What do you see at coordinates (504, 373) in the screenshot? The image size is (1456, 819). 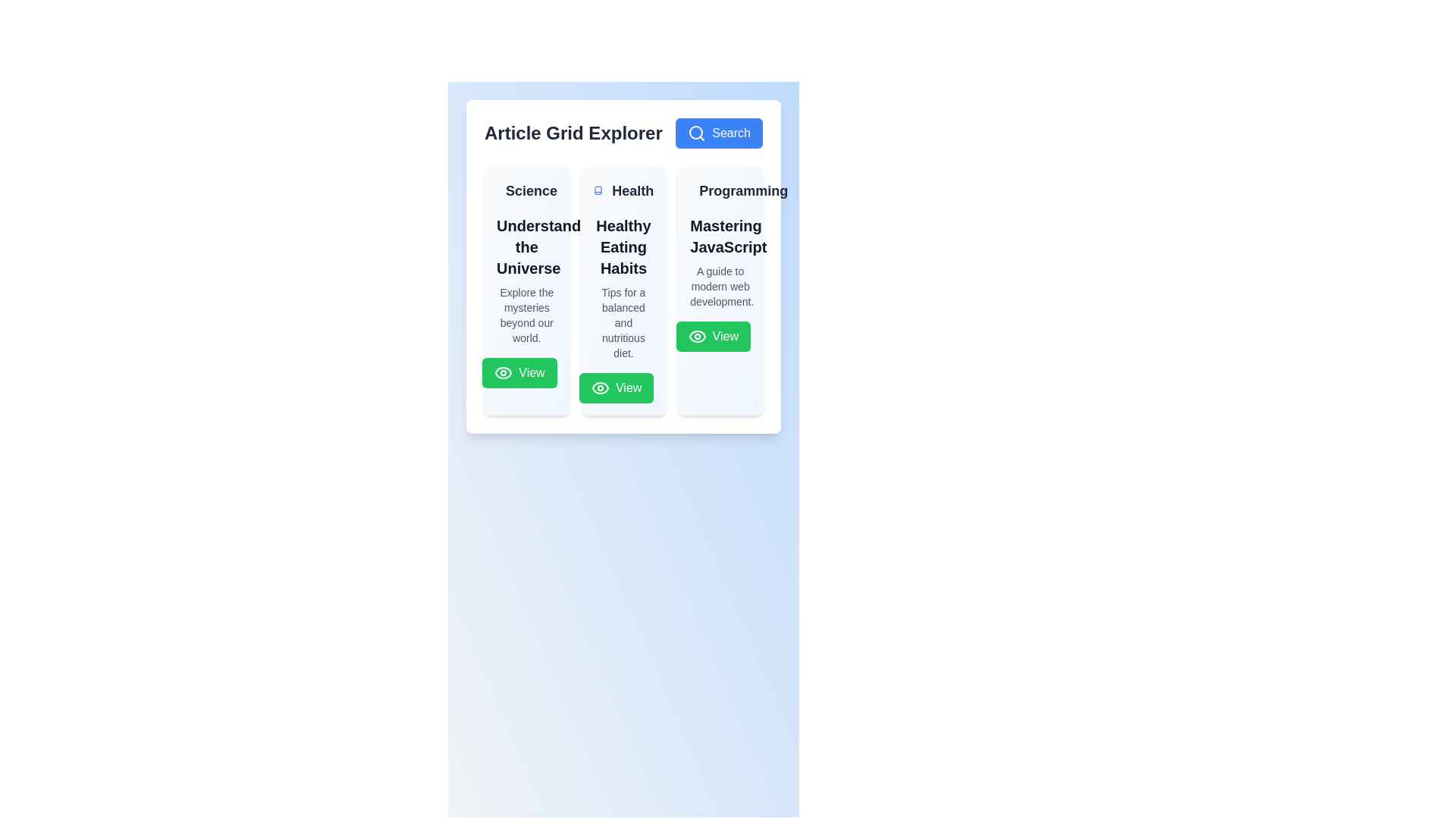 I see `the eye-shaped icon with a white color and green background located within the 'View' button at the bottom of the 'Understand the Universe' card` at bounding box center [504, 373].